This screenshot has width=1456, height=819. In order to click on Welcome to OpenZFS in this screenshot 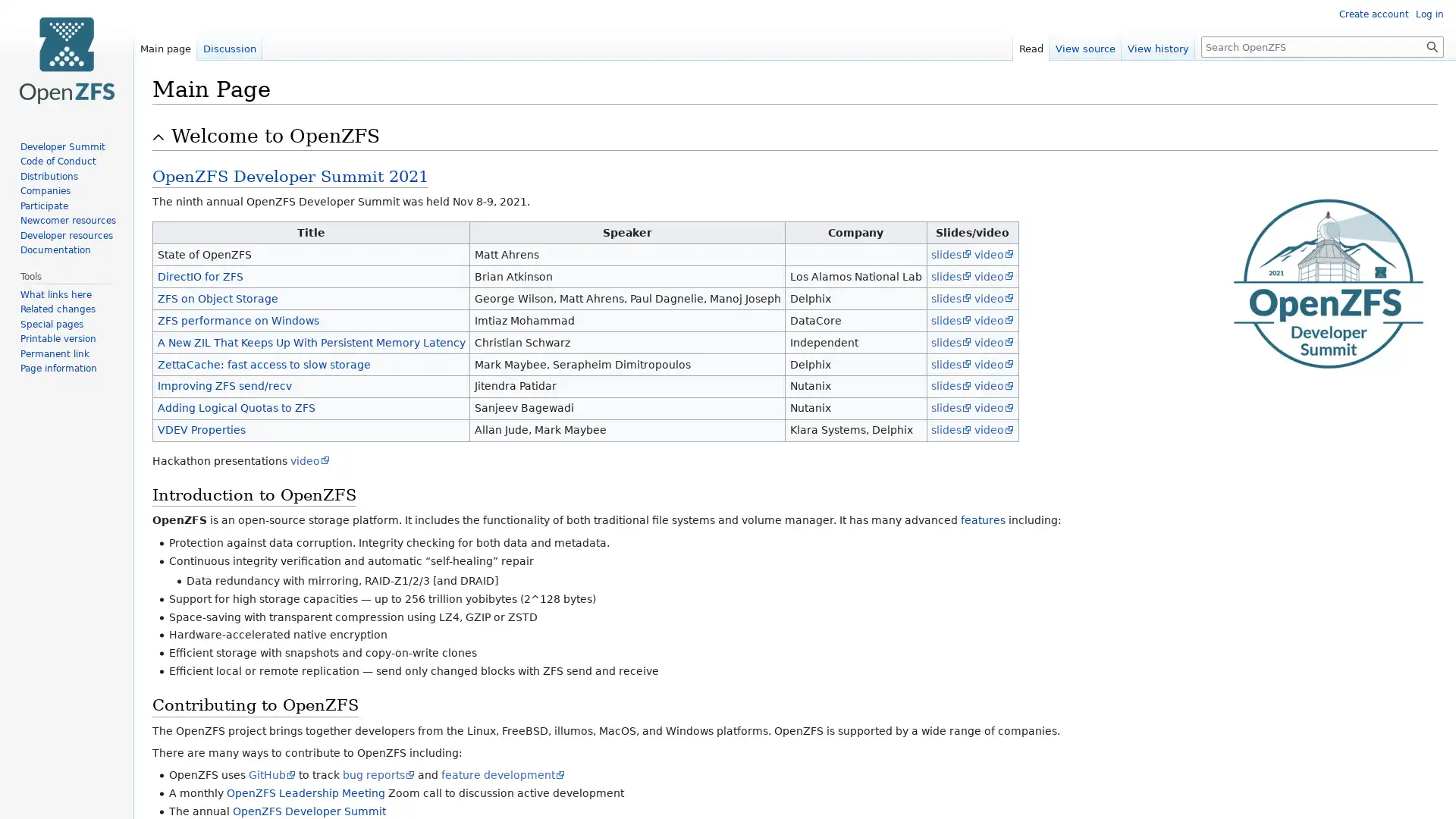, I will do `click(803, 136)`.